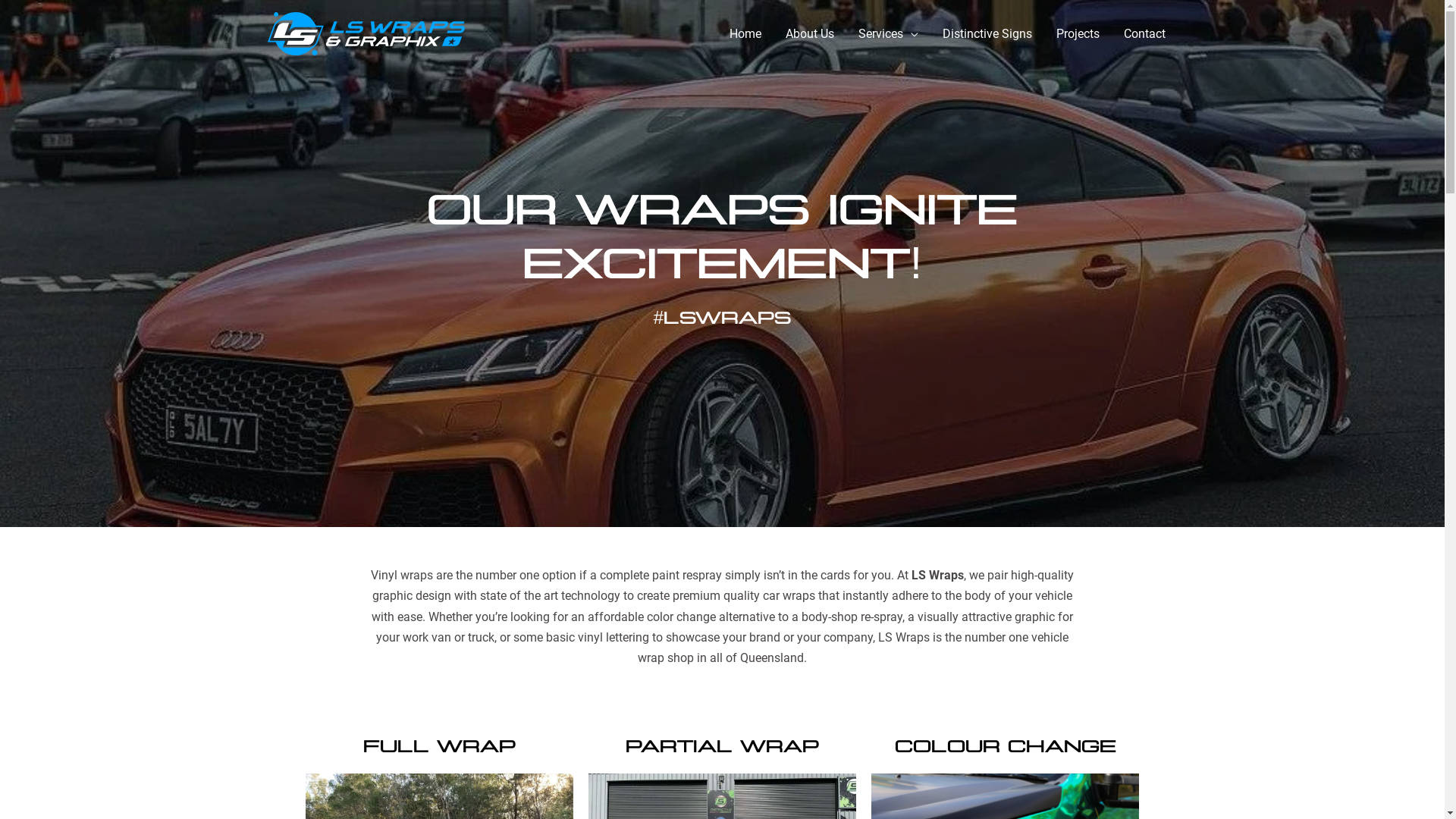 The image size is (1456, 819). I want to click on 'Services', so click(888, 34).